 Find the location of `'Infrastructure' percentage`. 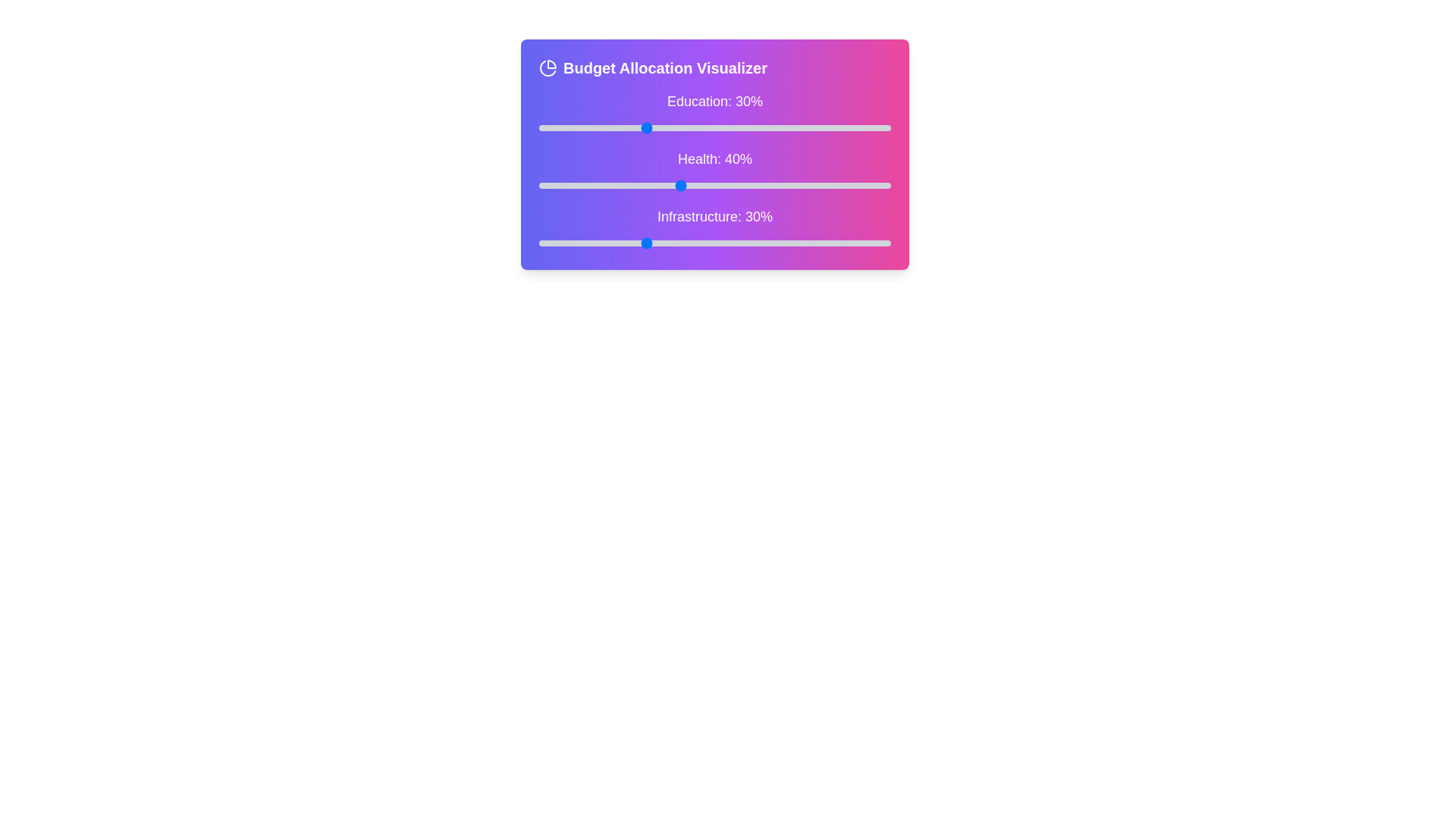

'Infrastructure' percentage is located at coordinates (648, 242).